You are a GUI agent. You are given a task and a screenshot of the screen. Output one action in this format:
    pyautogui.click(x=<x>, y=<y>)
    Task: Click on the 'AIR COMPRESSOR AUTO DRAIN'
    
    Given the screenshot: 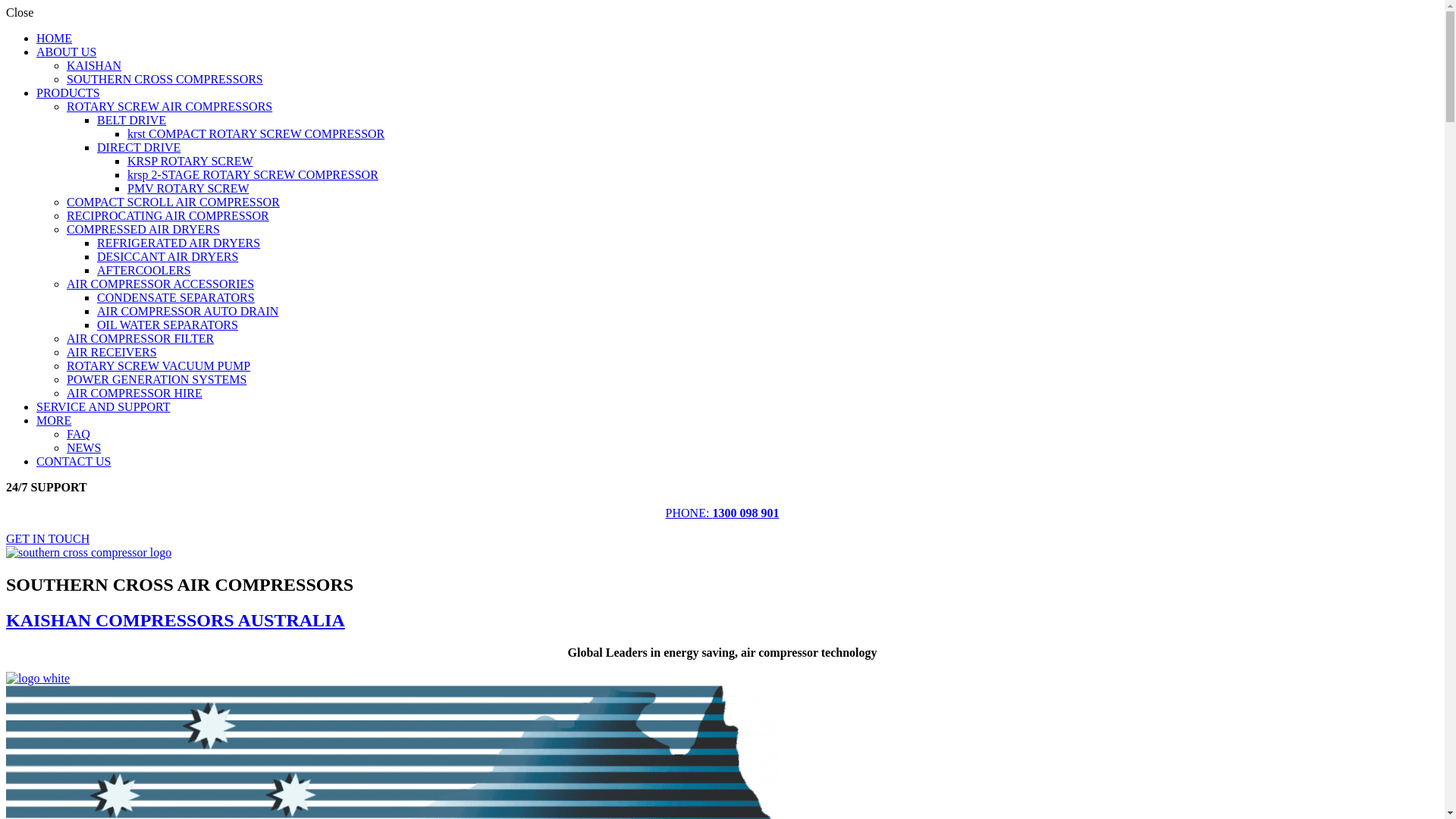 What is the action you would take?
    pyautogui.click(x=96, y=310)
    